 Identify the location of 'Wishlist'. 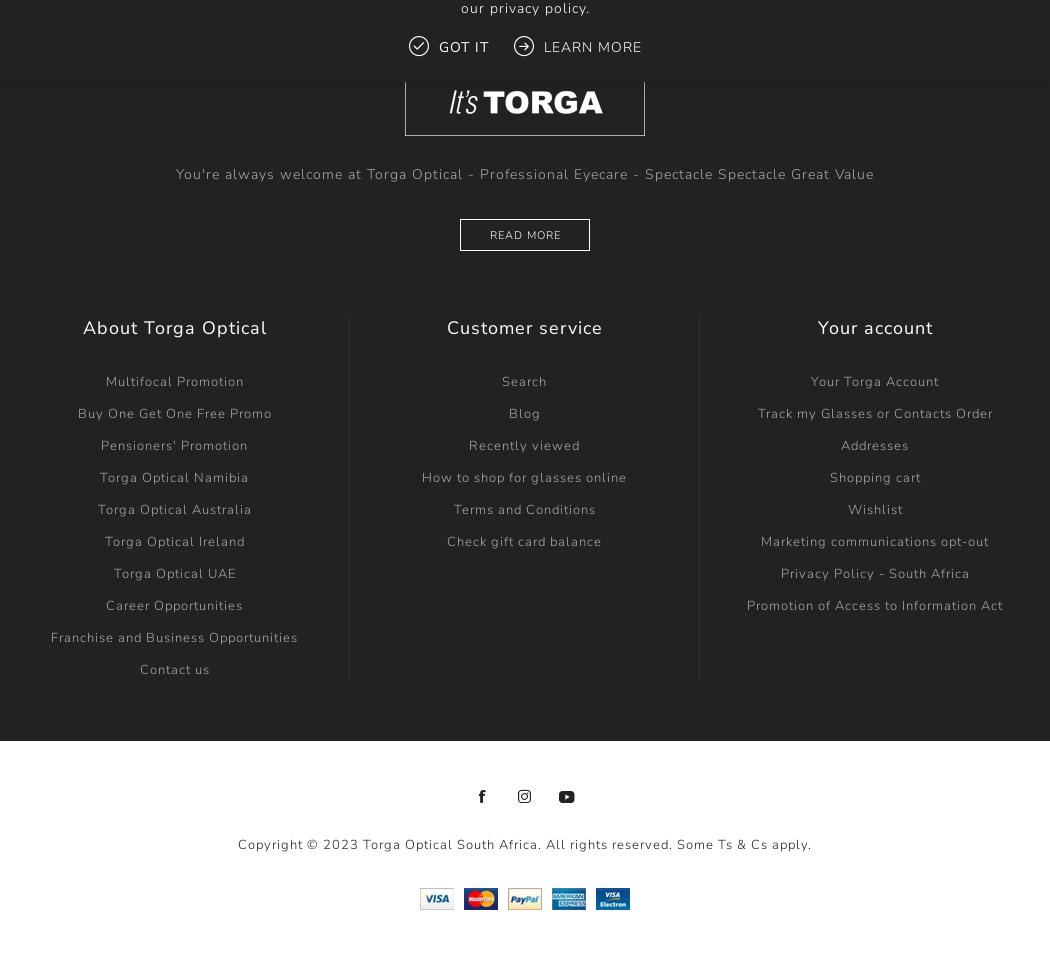
(873, 509).